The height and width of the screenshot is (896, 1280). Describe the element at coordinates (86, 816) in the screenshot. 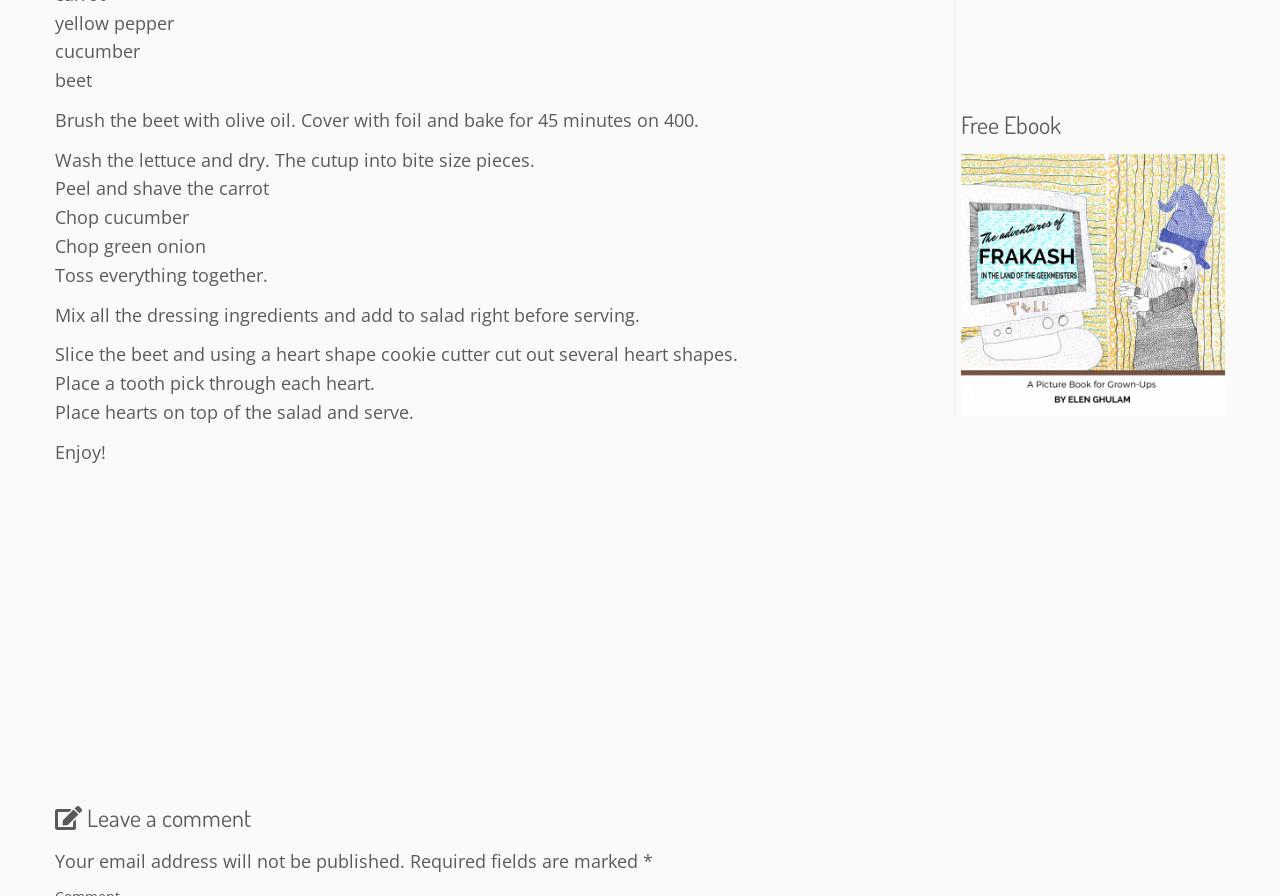

I see `'Leave a comment'` at that location.